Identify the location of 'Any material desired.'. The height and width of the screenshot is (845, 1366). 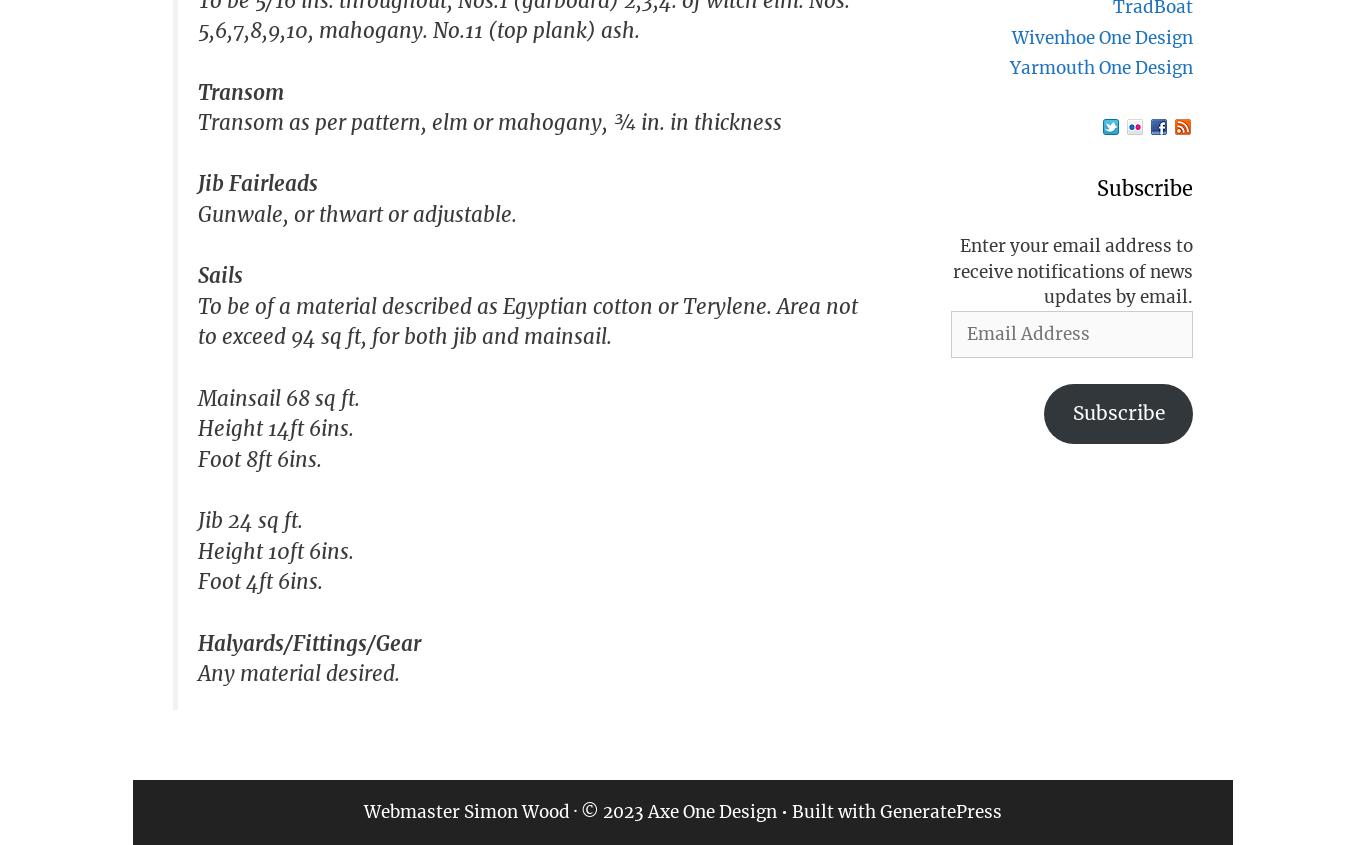
(299, 673).